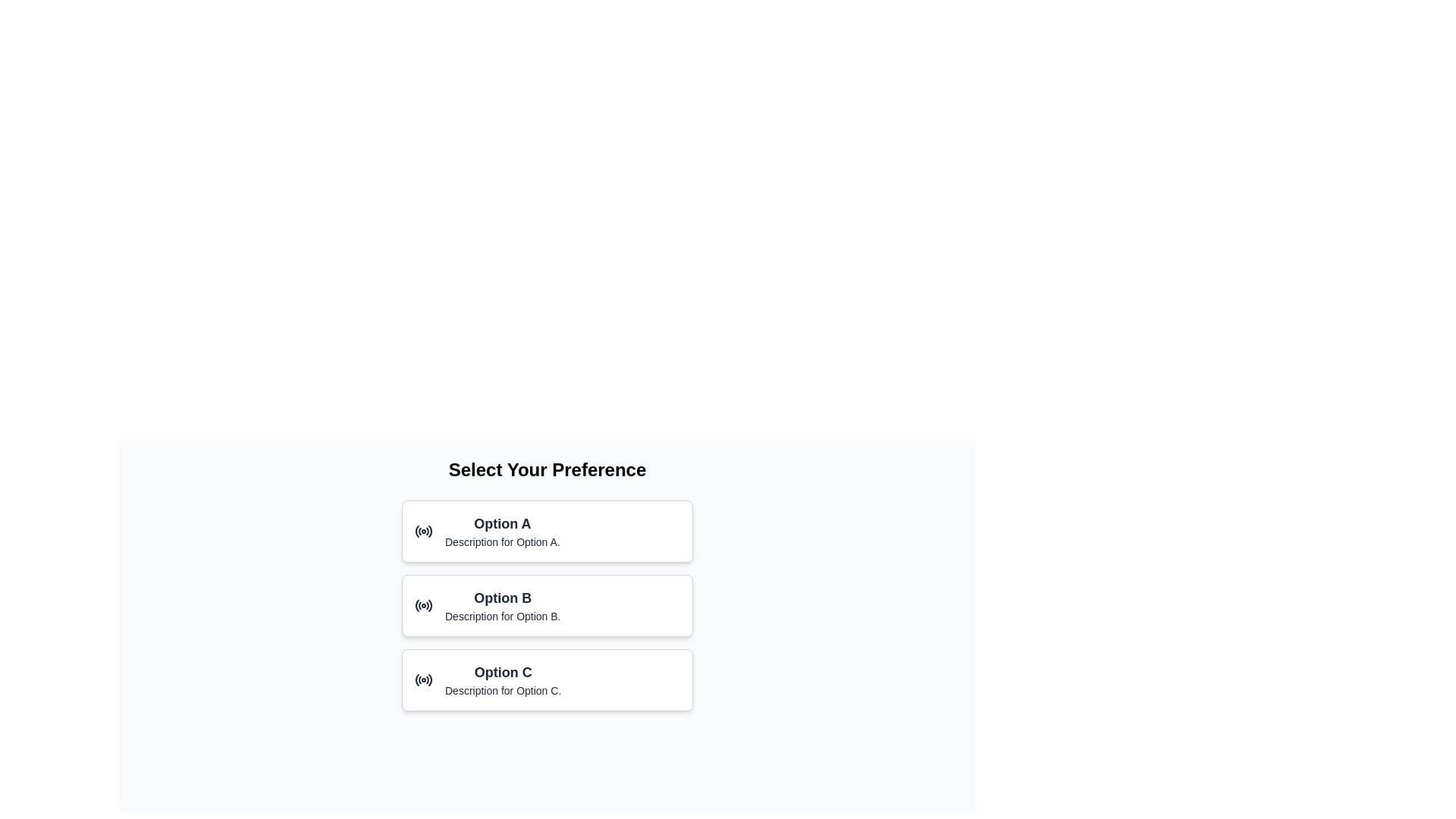 Image resolution: width=1456 pixels, height=819 pixels. What do you see at coordinates (423, 604) in the screenshot?
I see `the radio button-like icon located on the left side of the rectangular box labeled 'Option B'` at bounding box center [423, 604].